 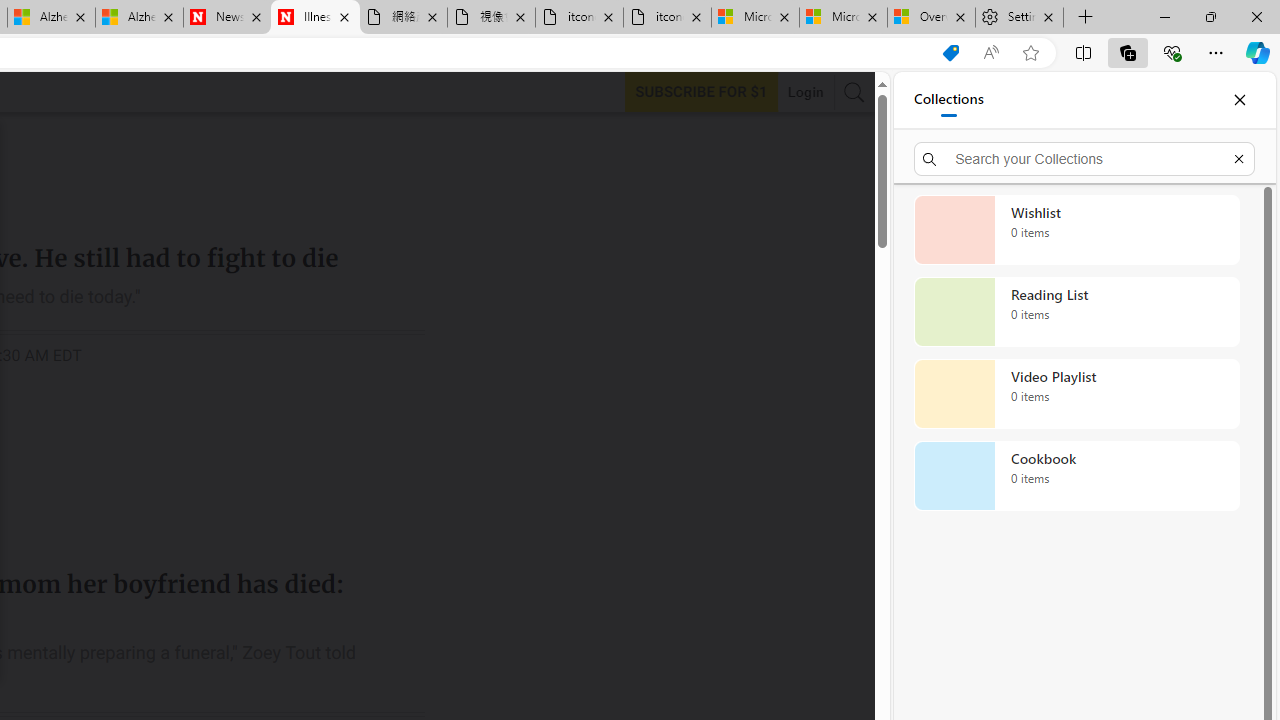 What do you see at coordinates (1209, 16) in the screenshot?
I see `'Restore'` at bounding box center [1209, 16].